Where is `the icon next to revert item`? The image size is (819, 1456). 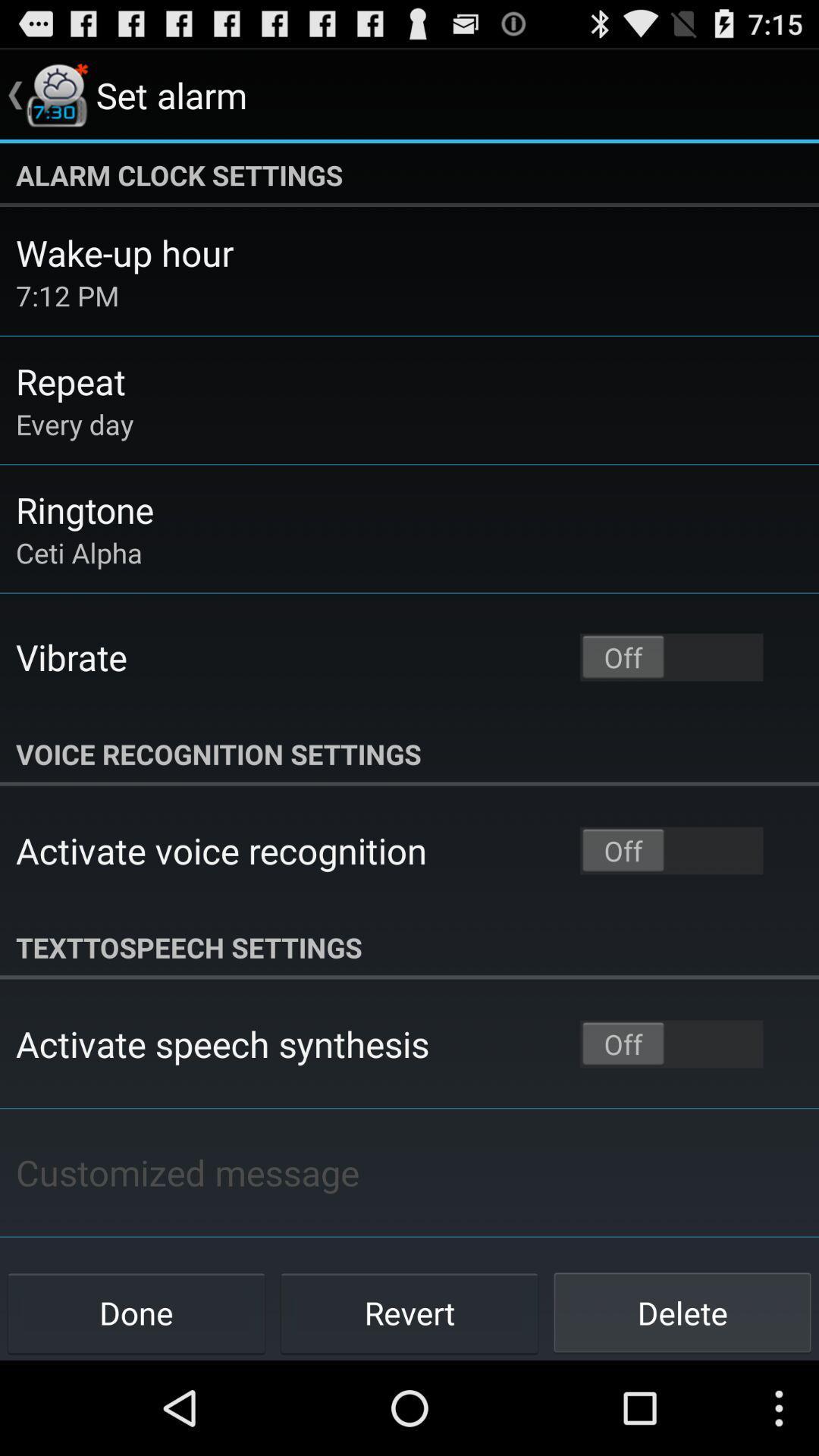
the icon next to revert item is located at coordinates (136, 1312).